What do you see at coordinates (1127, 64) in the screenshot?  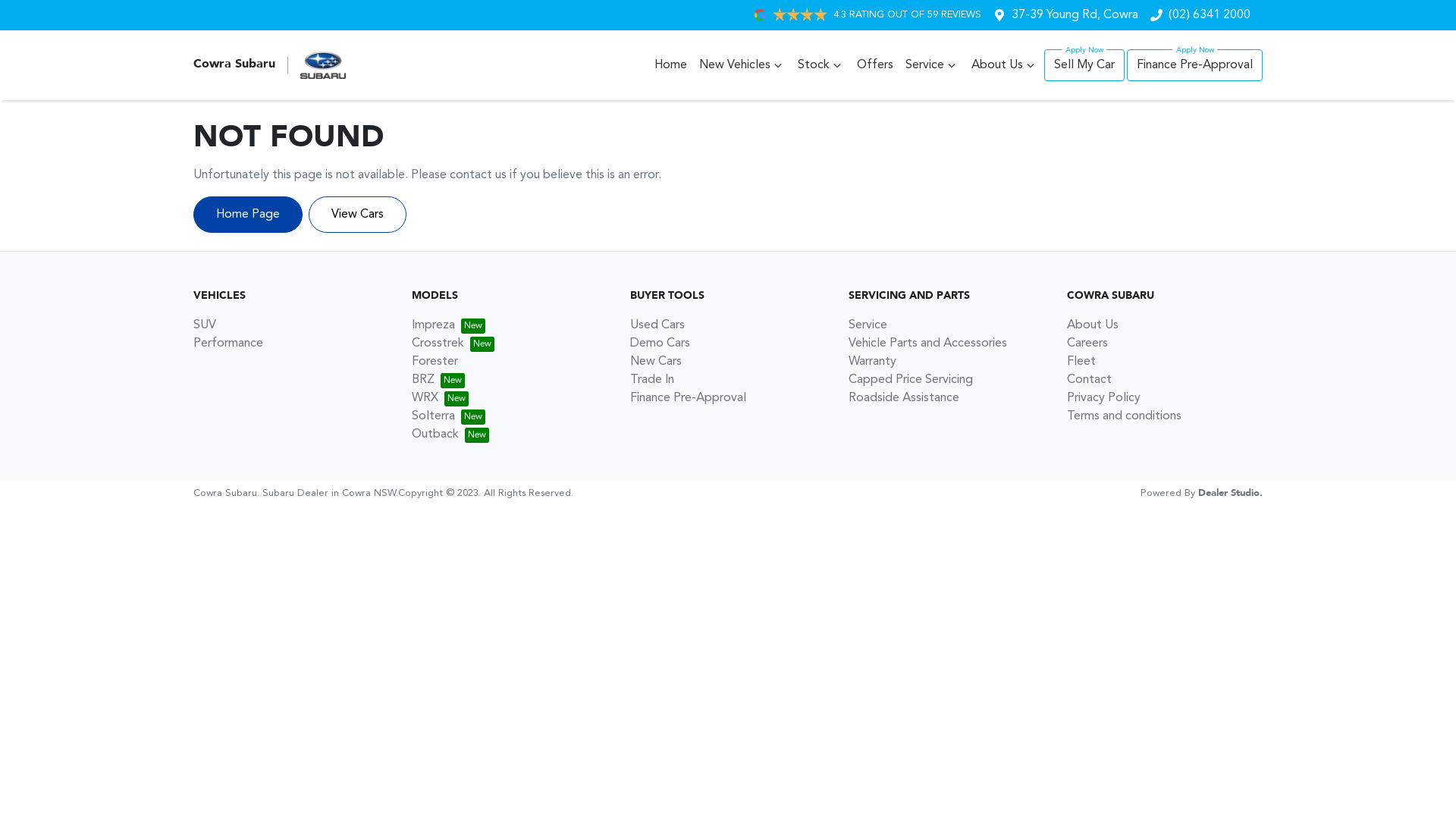 I see `'Finance Pre-Approval'` at bounding box center [1127, 64].